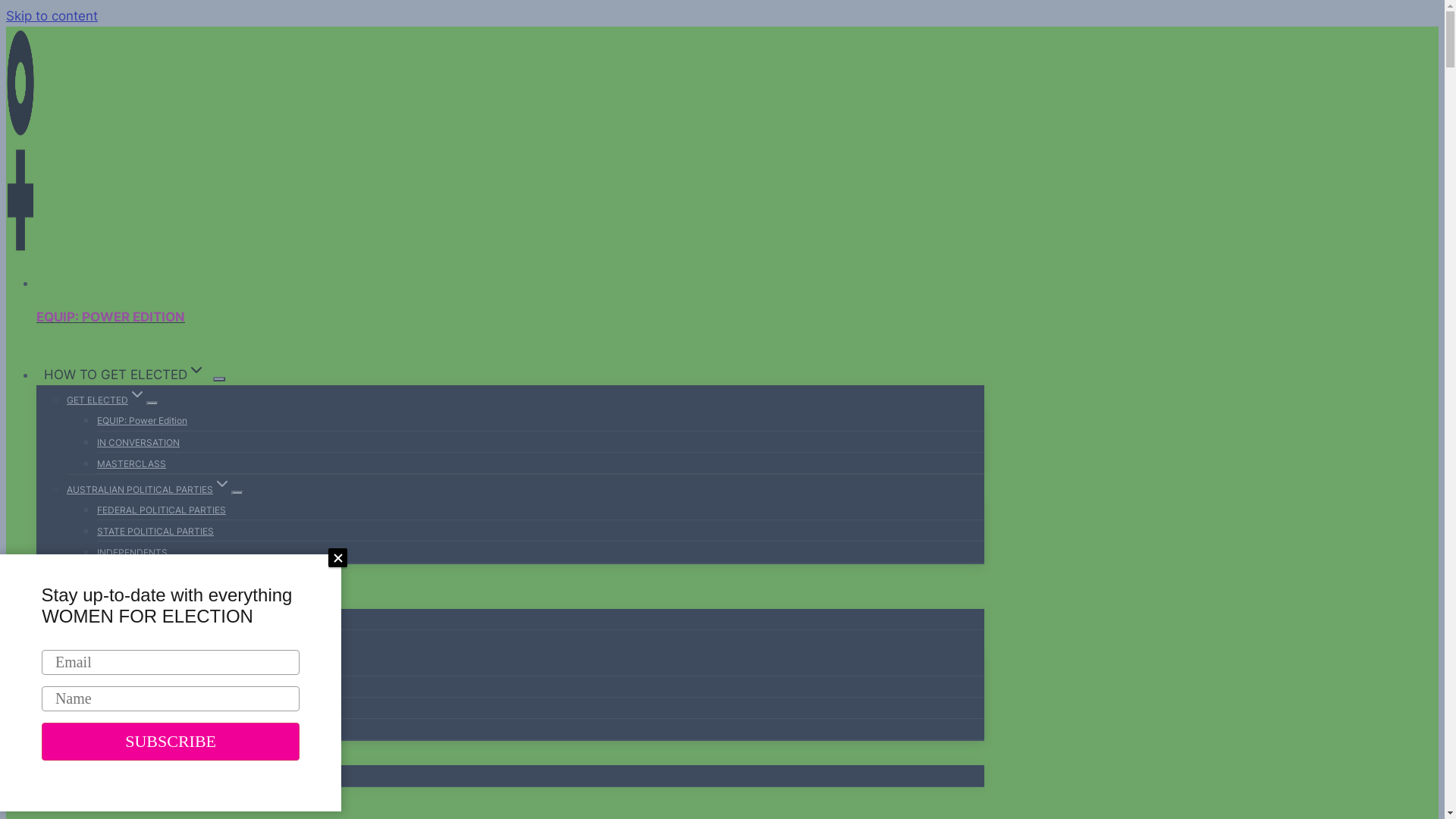  Describe the element at coordinates (510, 315) in the screenshot. I see `'EQUIP: POWER EDITION'` at that location.